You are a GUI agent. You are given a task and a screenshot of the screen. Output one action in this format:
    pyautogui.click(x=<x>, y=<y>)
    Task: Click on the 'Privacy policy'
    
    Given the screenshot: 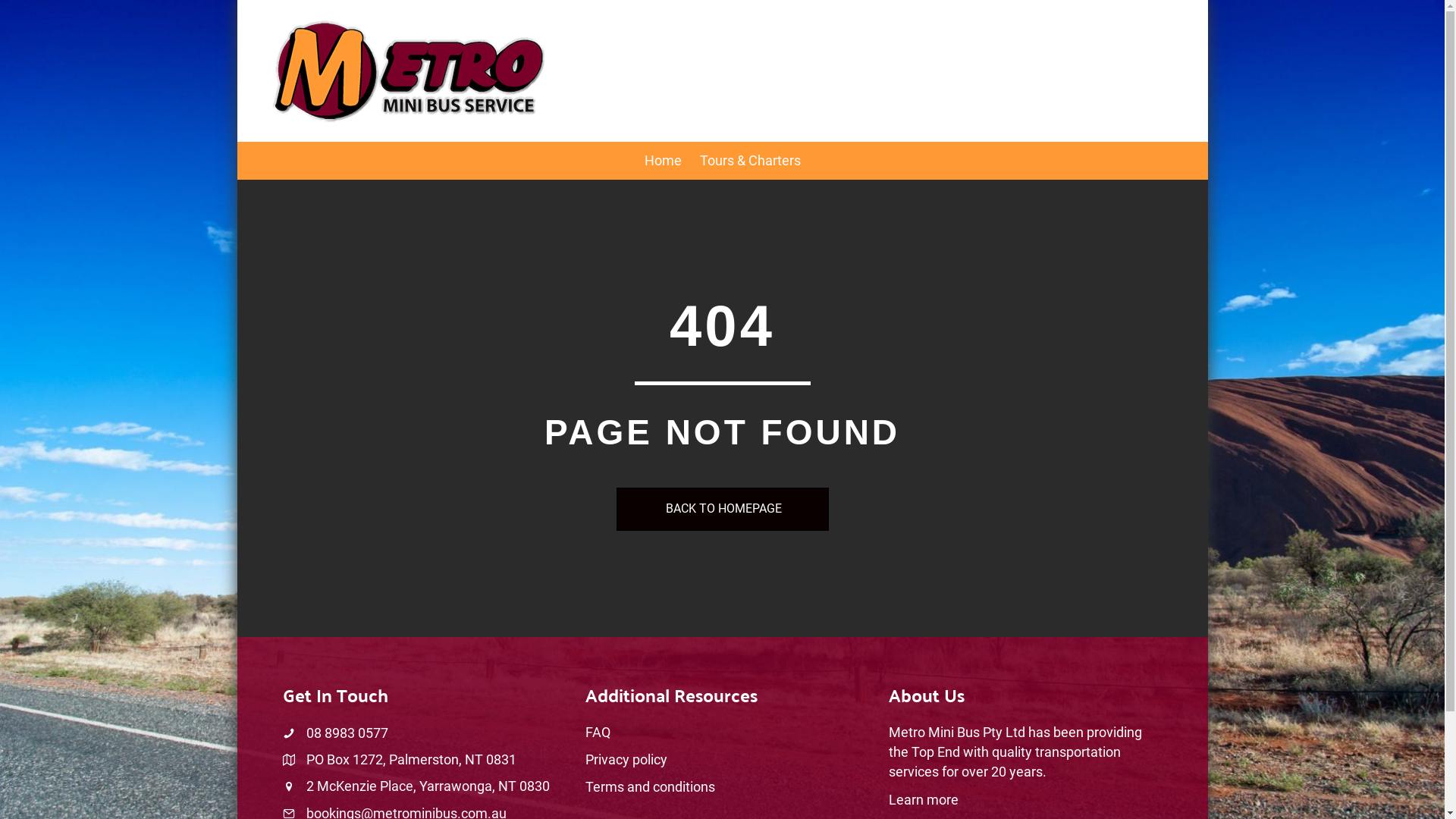 What is the action you would take?
    pyautogui.click(x=585, y=759)
    